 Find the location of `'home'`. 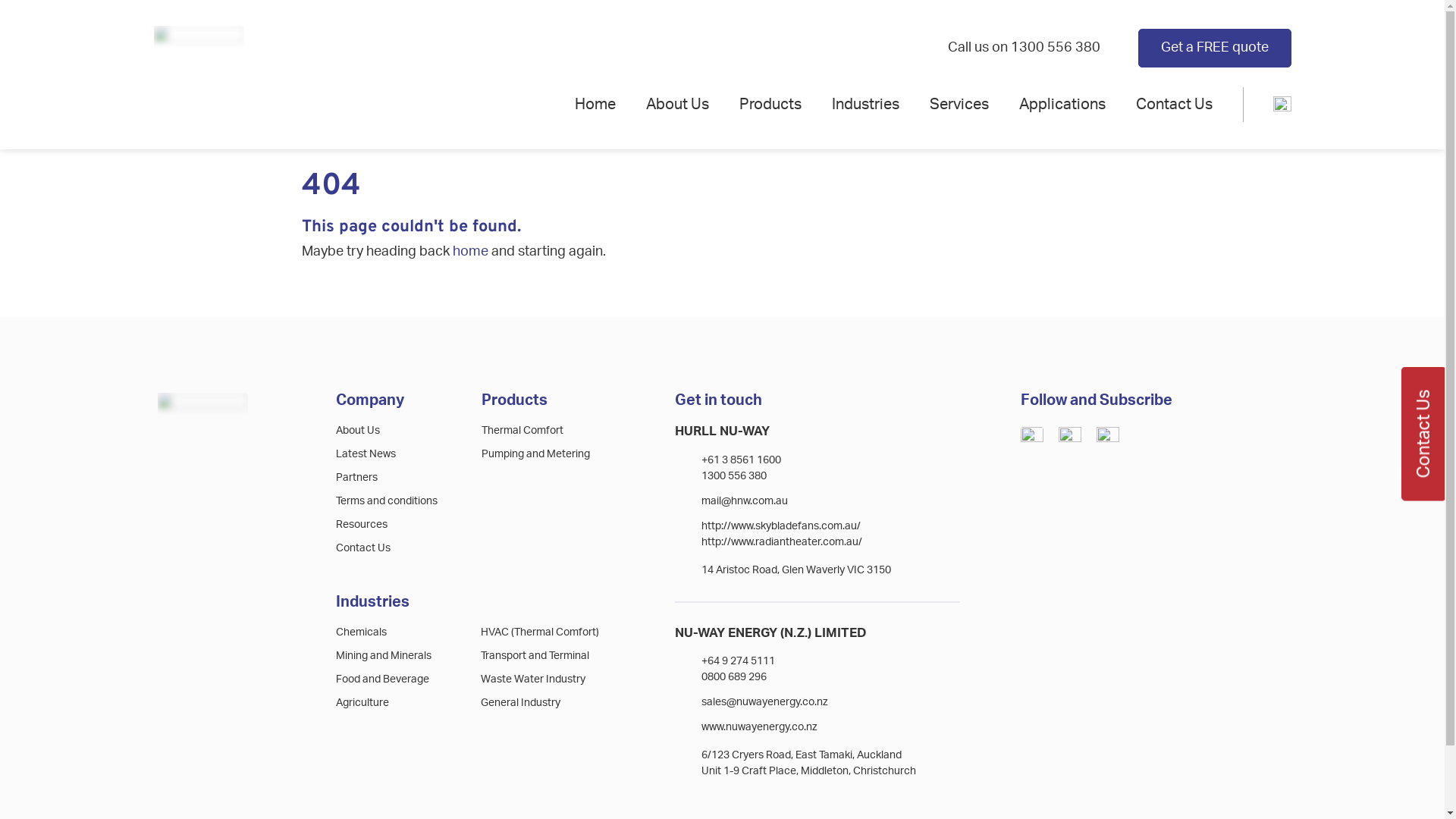

'home' is located at coordinates (450, 250).